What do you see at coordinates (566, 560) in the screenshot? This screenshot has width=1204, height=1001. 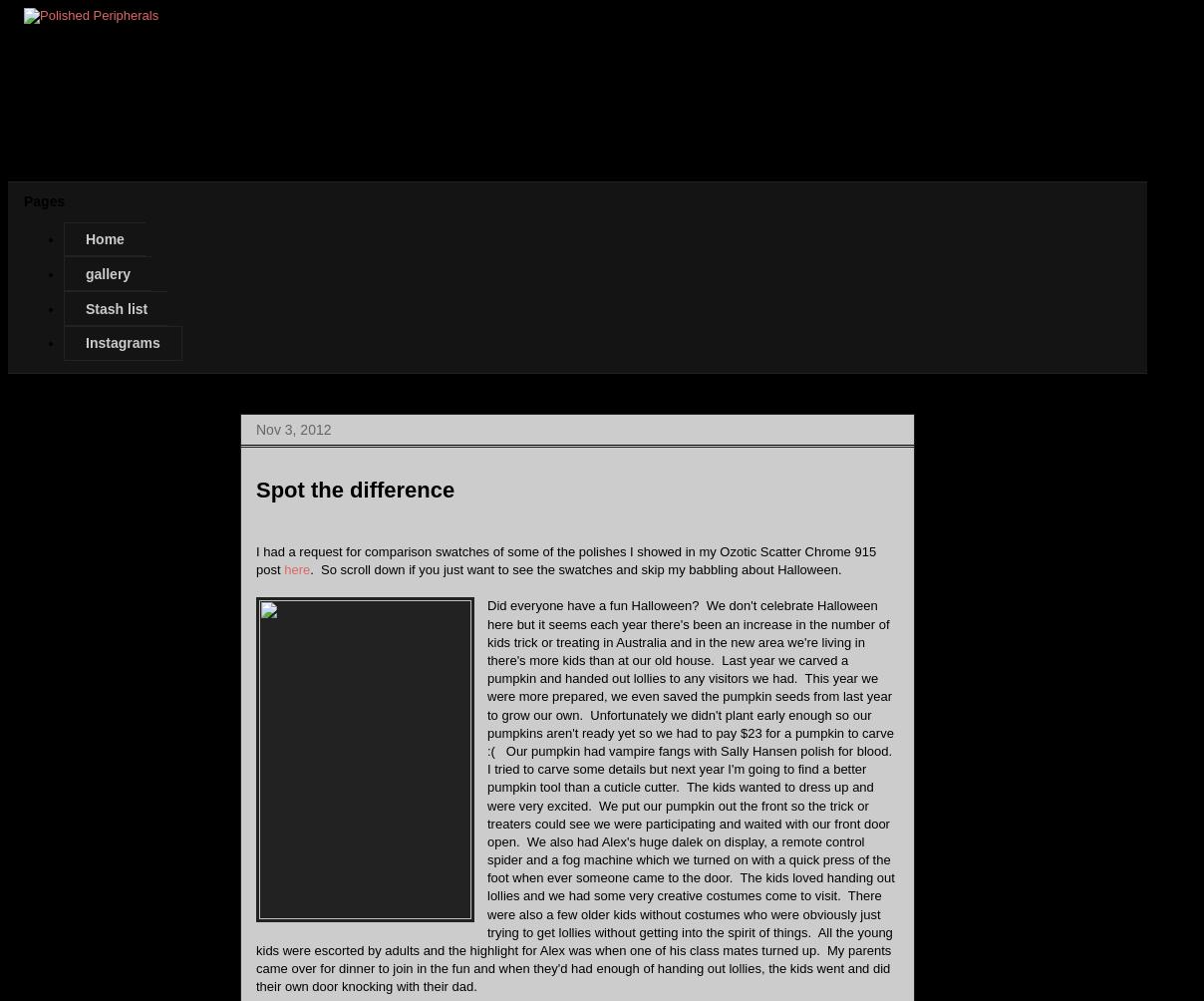 I see `'I had a request for comparison swatches of some of the polishes I showed in my Ozotic Scatter Chrome 915 post'` at bounding box center [566, 560].